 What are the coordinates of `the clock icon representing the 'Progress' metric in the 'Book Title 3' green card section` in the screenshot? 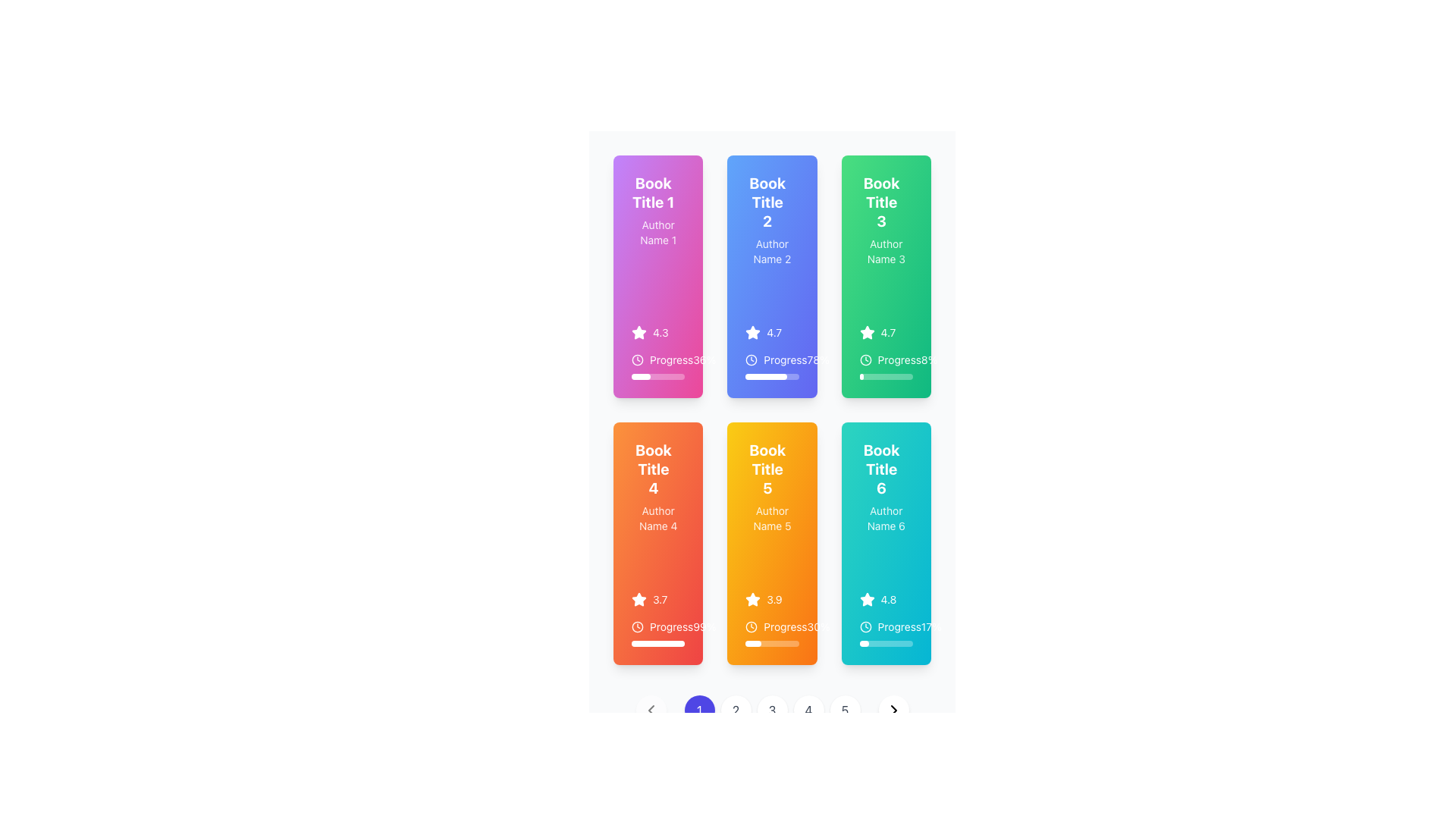 It's located at (865, 359).